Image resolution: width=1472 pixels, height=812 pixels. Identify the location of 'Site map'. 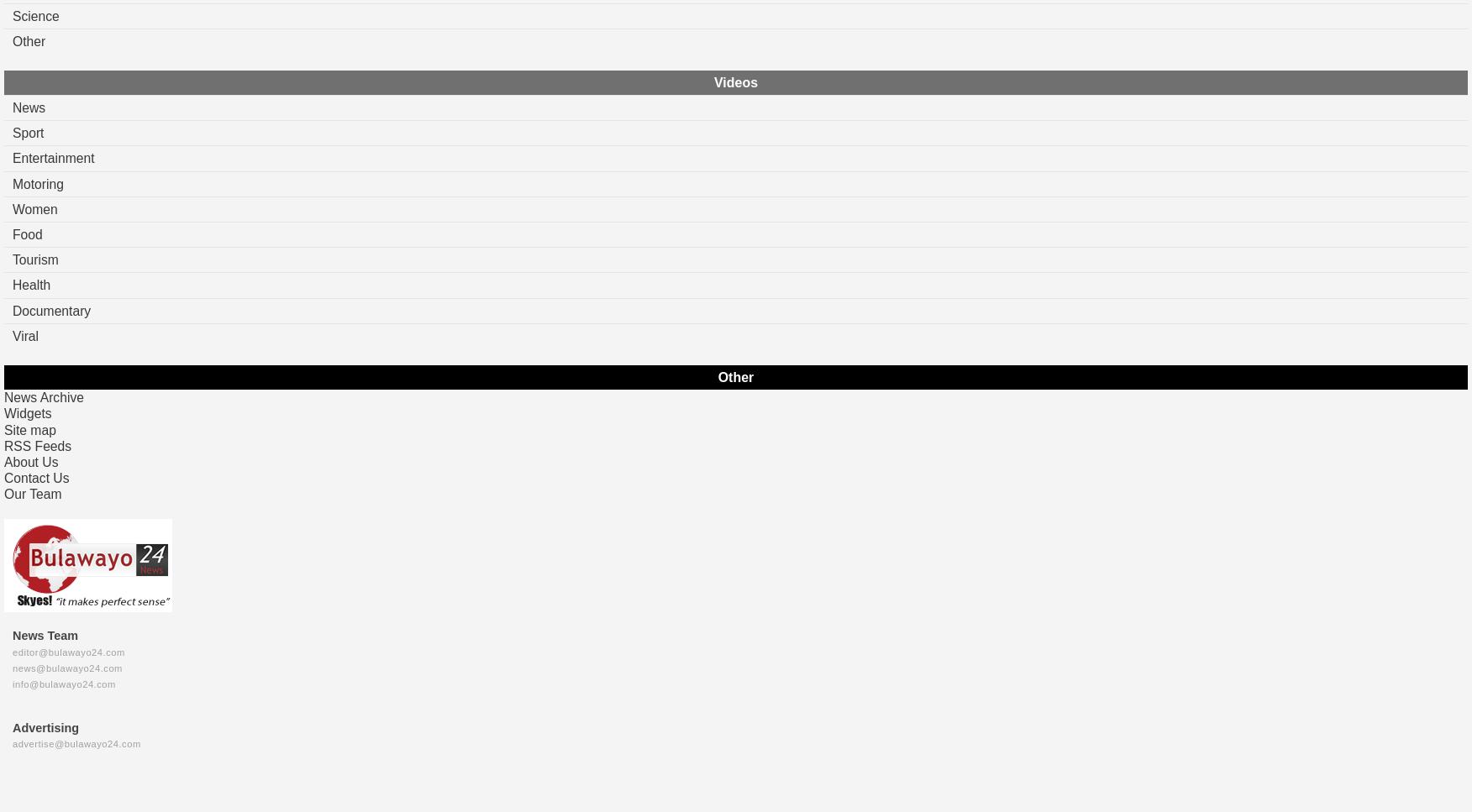
(29, 428).